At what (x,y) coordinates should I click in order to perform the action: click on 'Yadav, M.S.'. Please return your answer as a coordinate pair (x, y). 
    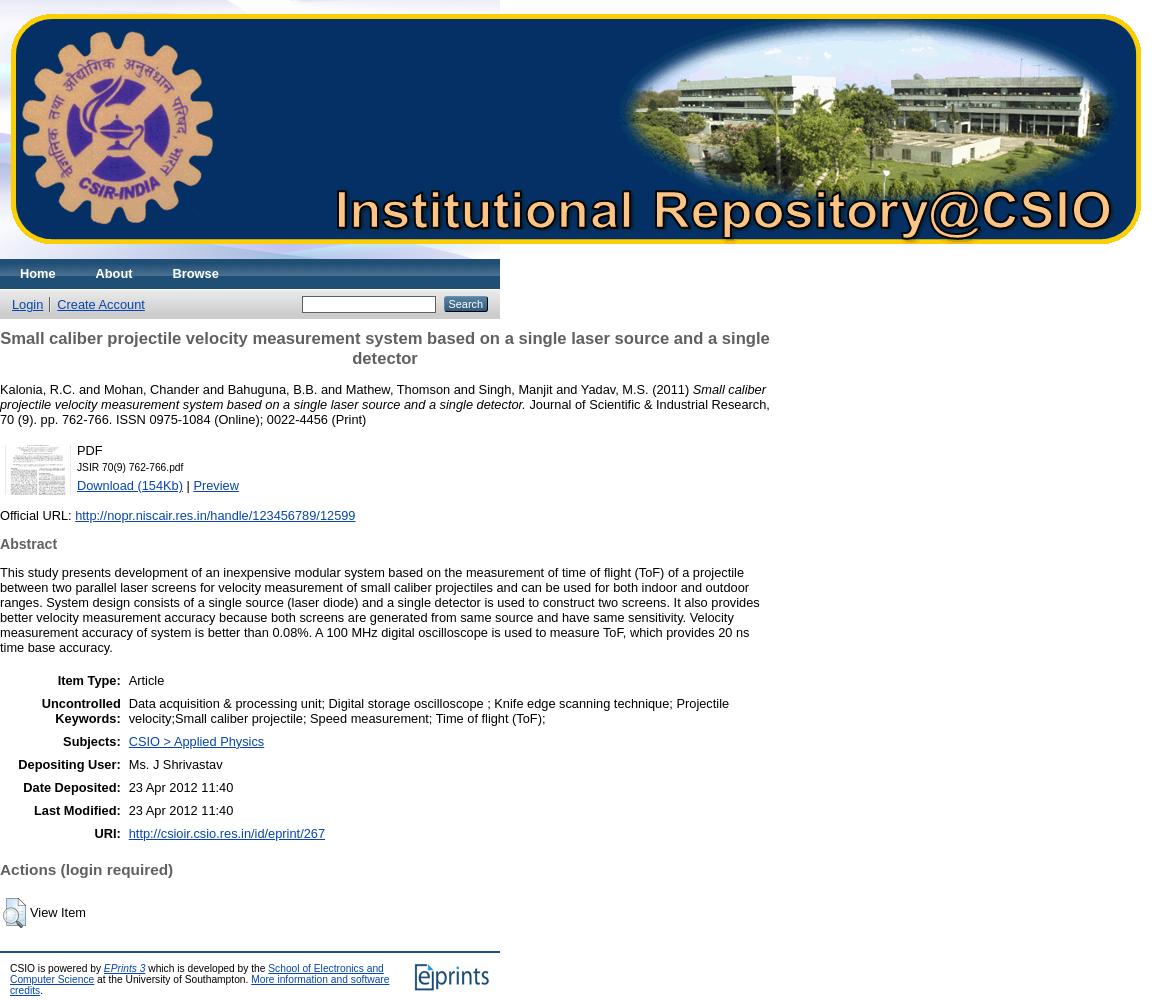
    Looking at the image, I should click on (613, 388).